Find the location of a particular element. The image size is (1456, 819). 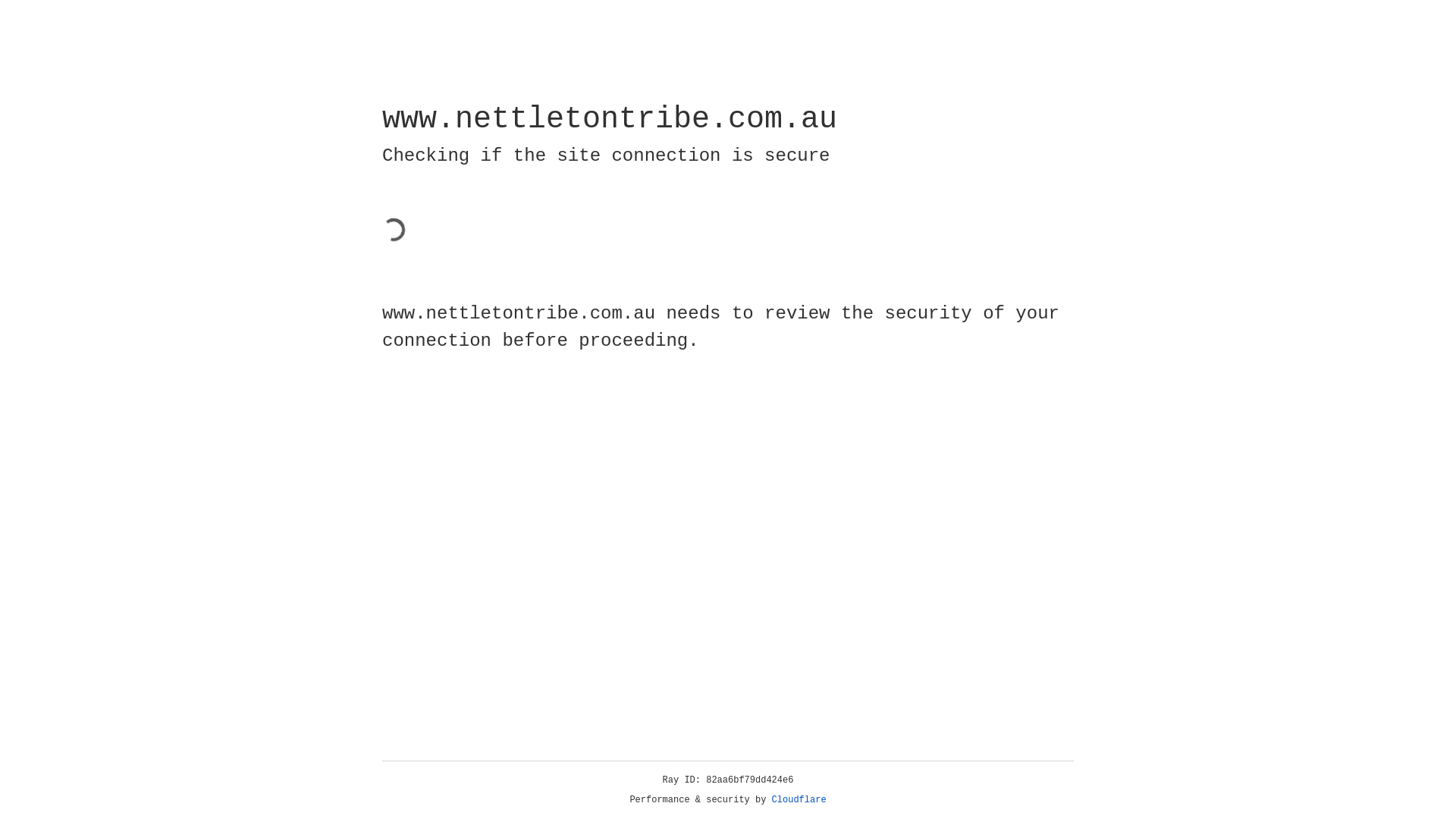

'Cloudflare' is located at coordinates (771, 799).